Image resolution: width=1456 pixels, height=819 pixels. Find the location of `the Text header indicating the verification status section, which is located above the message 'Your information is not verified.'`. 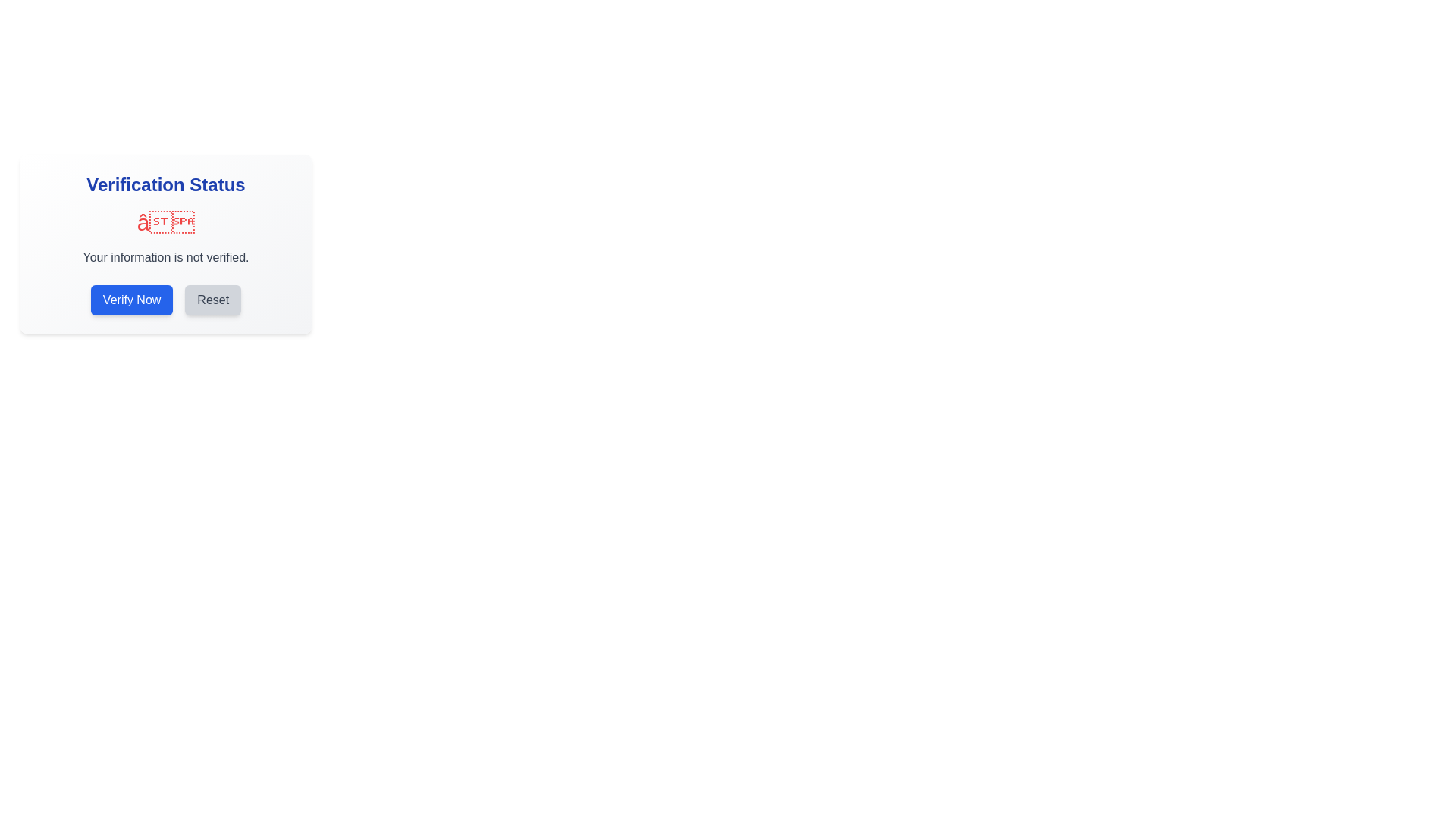

the Text header indicating the verification status section, which is located above the message 'Your information is not verified.' is located at coordinates (166, 184).